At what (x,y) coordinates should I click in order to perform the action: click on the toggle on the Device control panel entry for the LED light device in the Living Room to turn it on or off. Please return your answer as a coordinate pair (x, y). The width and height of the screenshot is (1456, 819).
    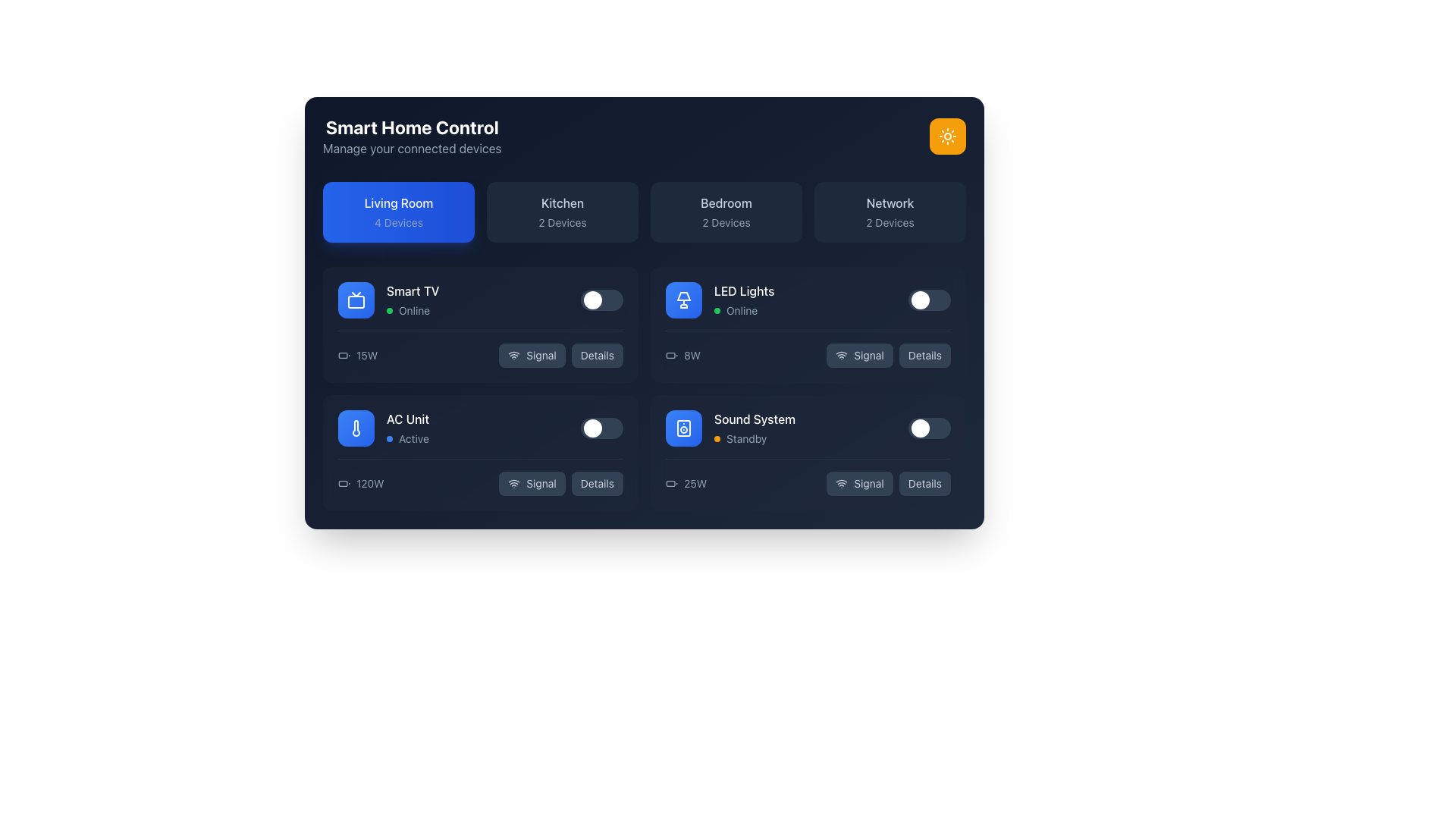
    Looking at the image, I should click on (807, 300).